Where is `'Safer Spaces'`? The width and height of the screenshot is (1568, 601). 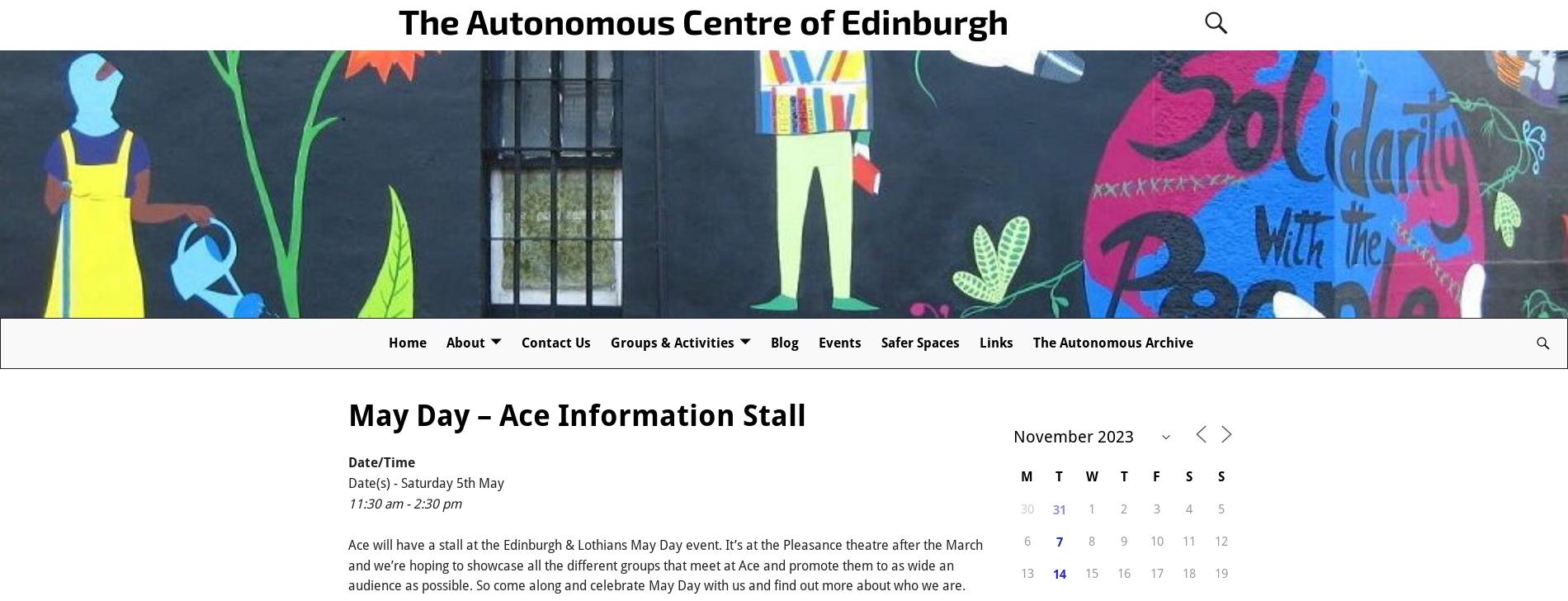 'Safer Spaces' is located at coordinates (919, 343).